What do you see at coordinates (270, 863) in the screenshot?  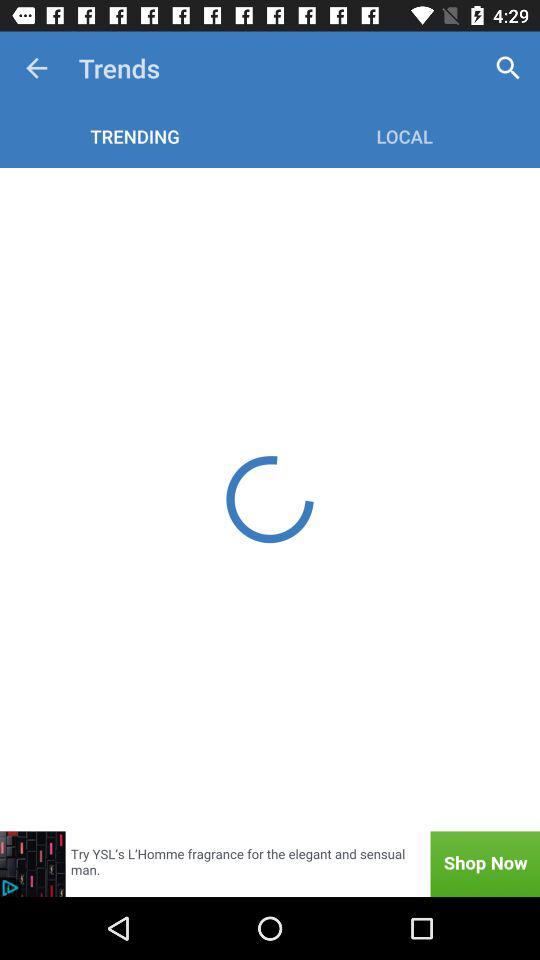 I see `advertisement to shop` at bounding box center [270, 863].